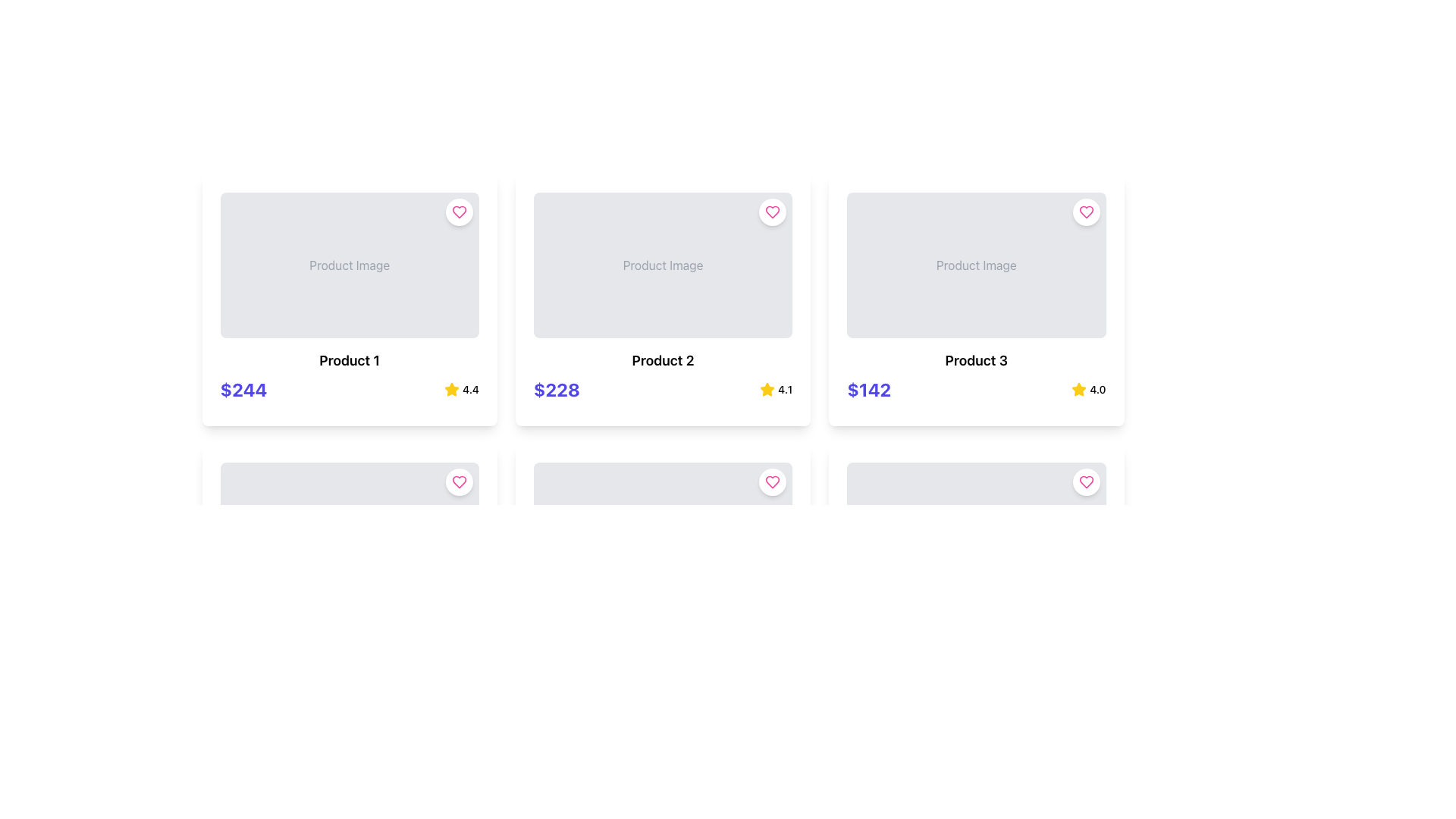 Image resolution: width=1456 pixels, height=819 pixels. Describe the element at coordinates (349, 300) in the screenshot. I see `the product Card component displaying product information located at the top-left corner of the grid layout` at that location.